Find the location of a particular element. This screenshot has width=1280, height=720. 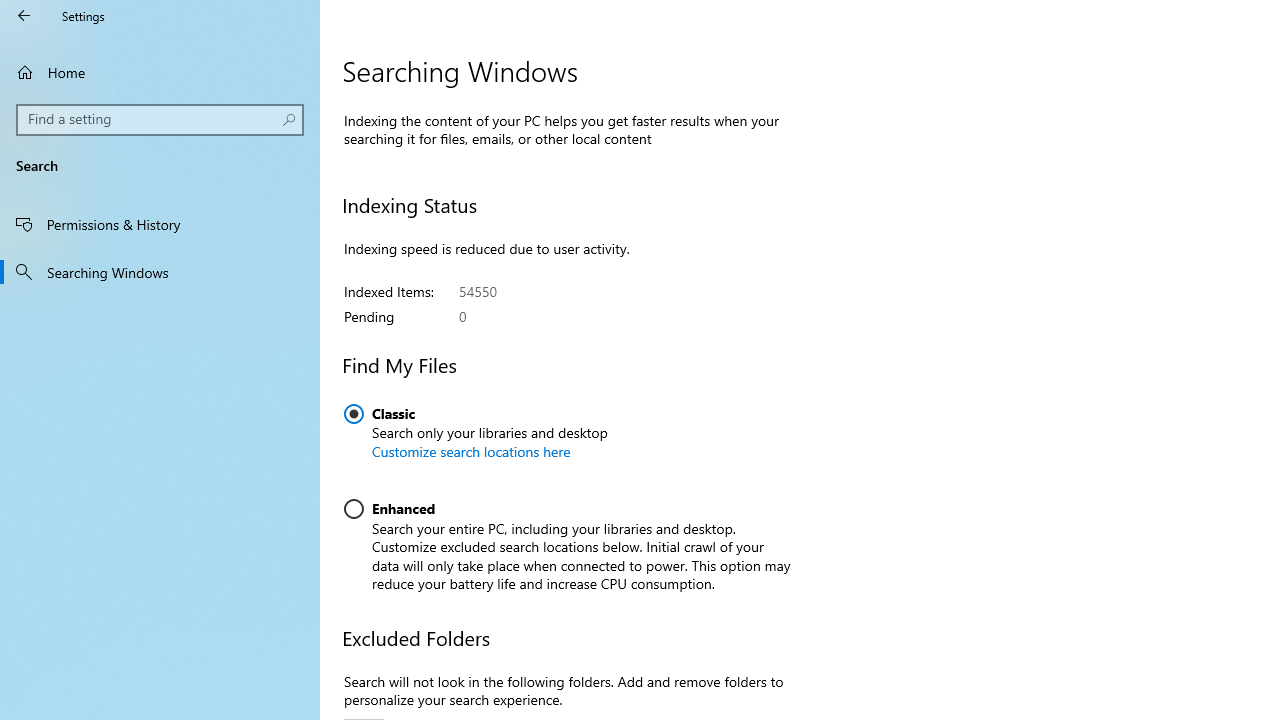

'Search box, Find a setting' is located at coordinates (160, 119).